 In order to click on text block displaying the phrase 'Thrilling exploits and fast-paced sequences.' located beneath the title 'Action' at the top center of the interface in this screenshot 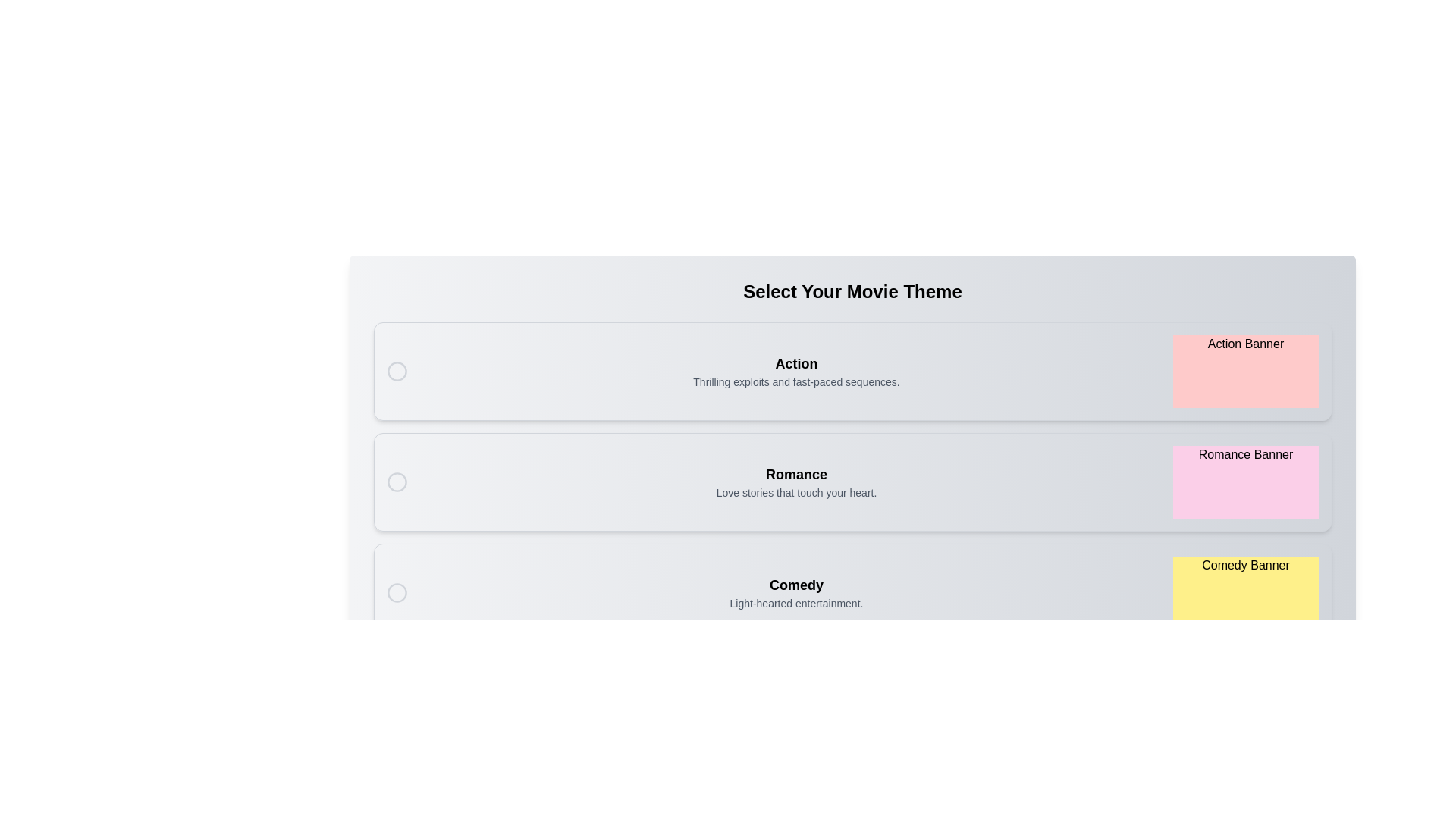, I will do `click(795, 381)`.